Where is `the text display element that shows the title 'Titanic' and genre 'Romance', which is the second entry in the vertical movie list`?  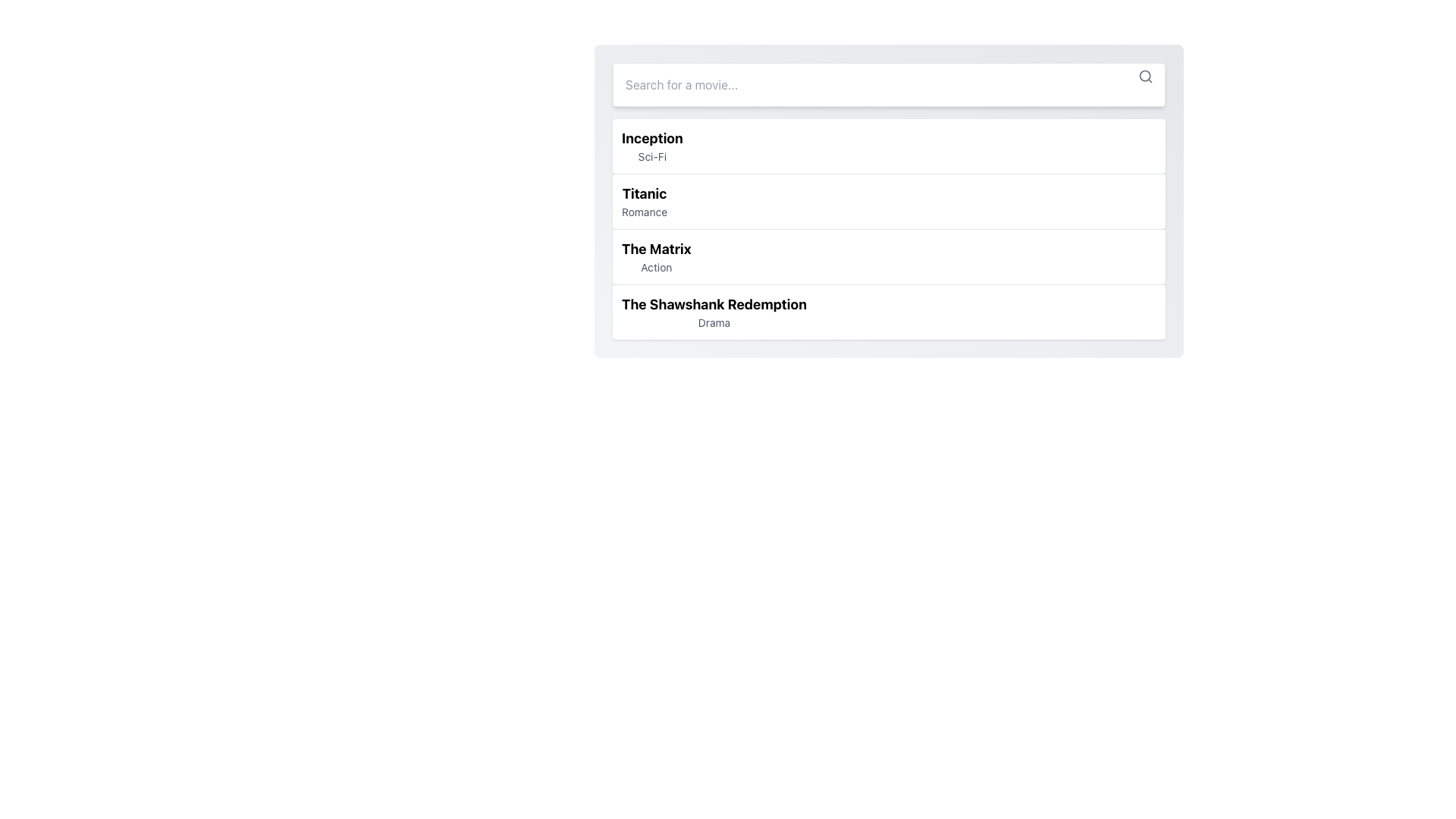
the text display element that shows the title 'Titanic' and genre 'Romance', which is the second entry in the vertical movie list is located at coordinates (644, 201).